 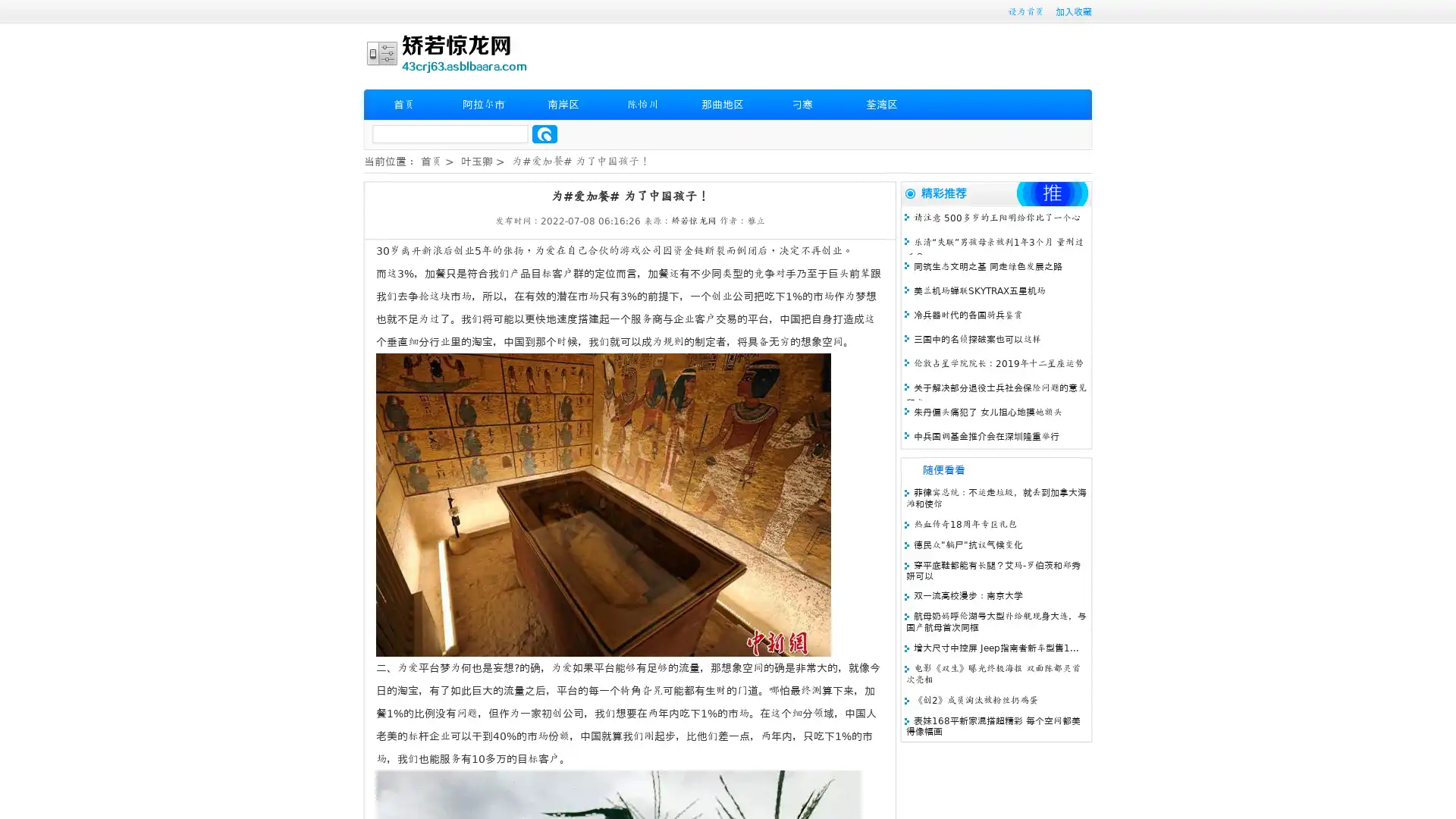 What do you see at coordinates (544, 133) in the screenshot?
I see `Search` at bounding box center [544, 133].